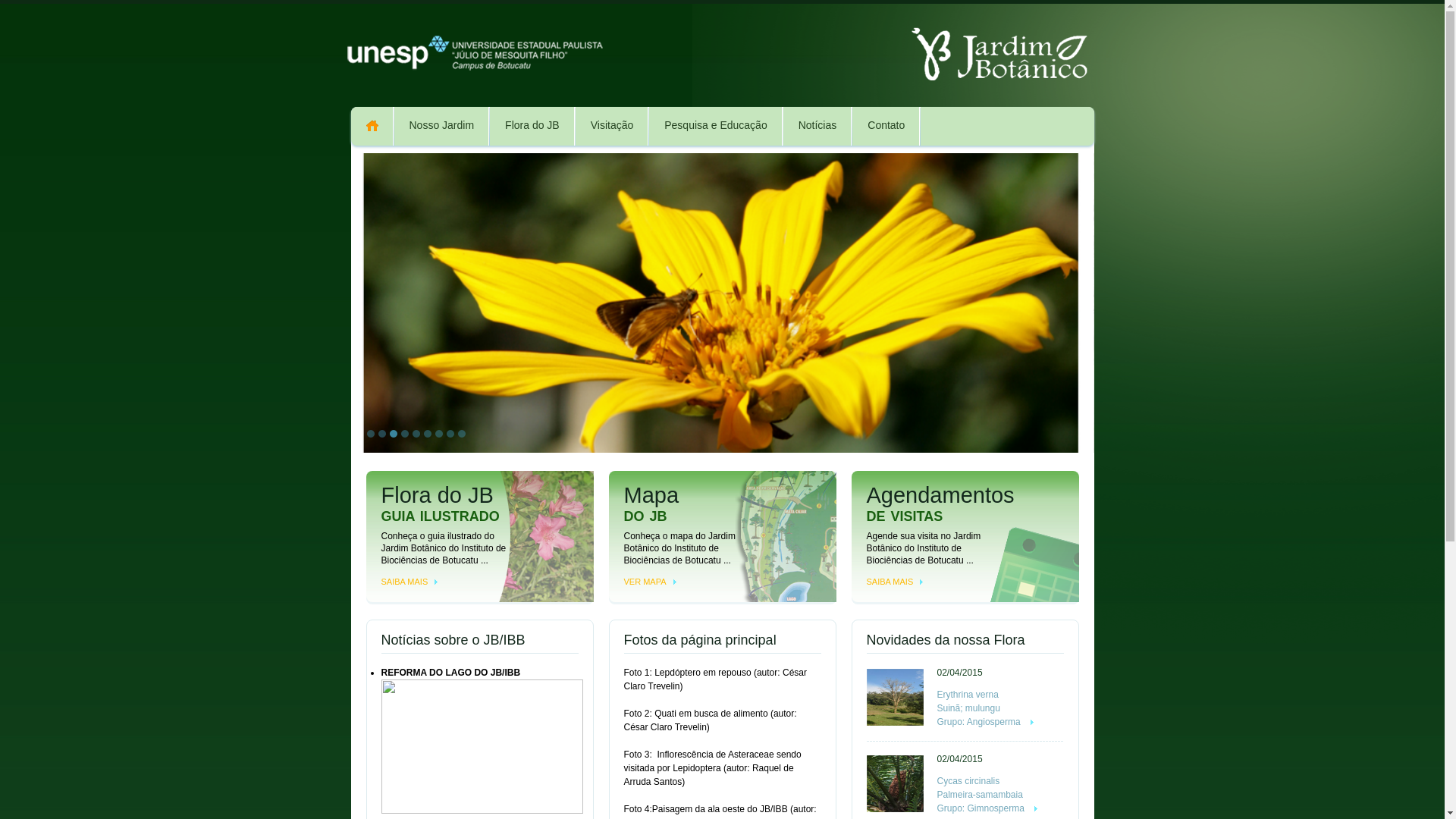  What do you see at coordinates (649, 581) in the screenshot?
I see `'VER MAPA'` at bounding box center [649, 581].